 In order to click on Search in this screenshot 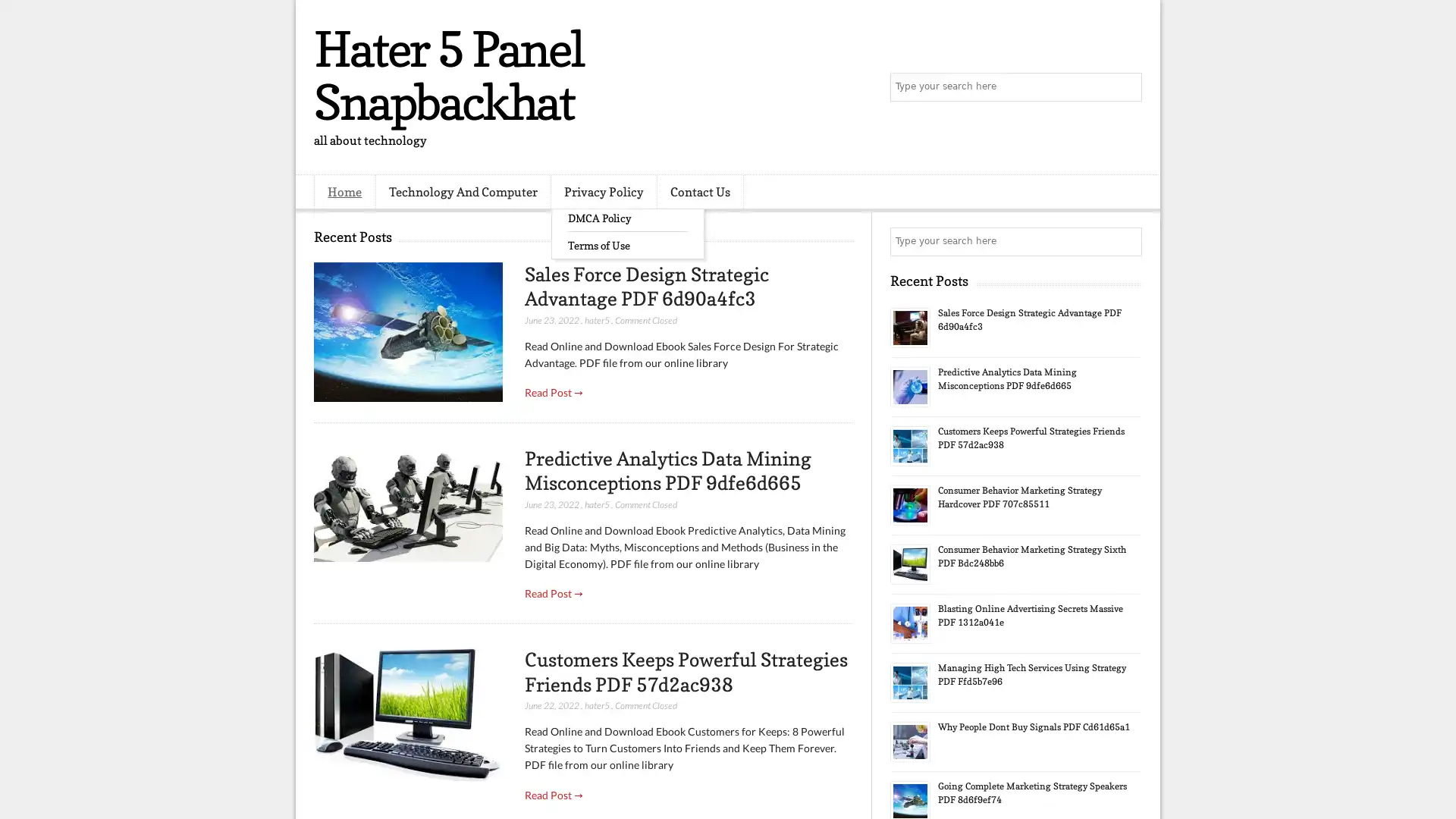, I will do `click(1126, 87)`.